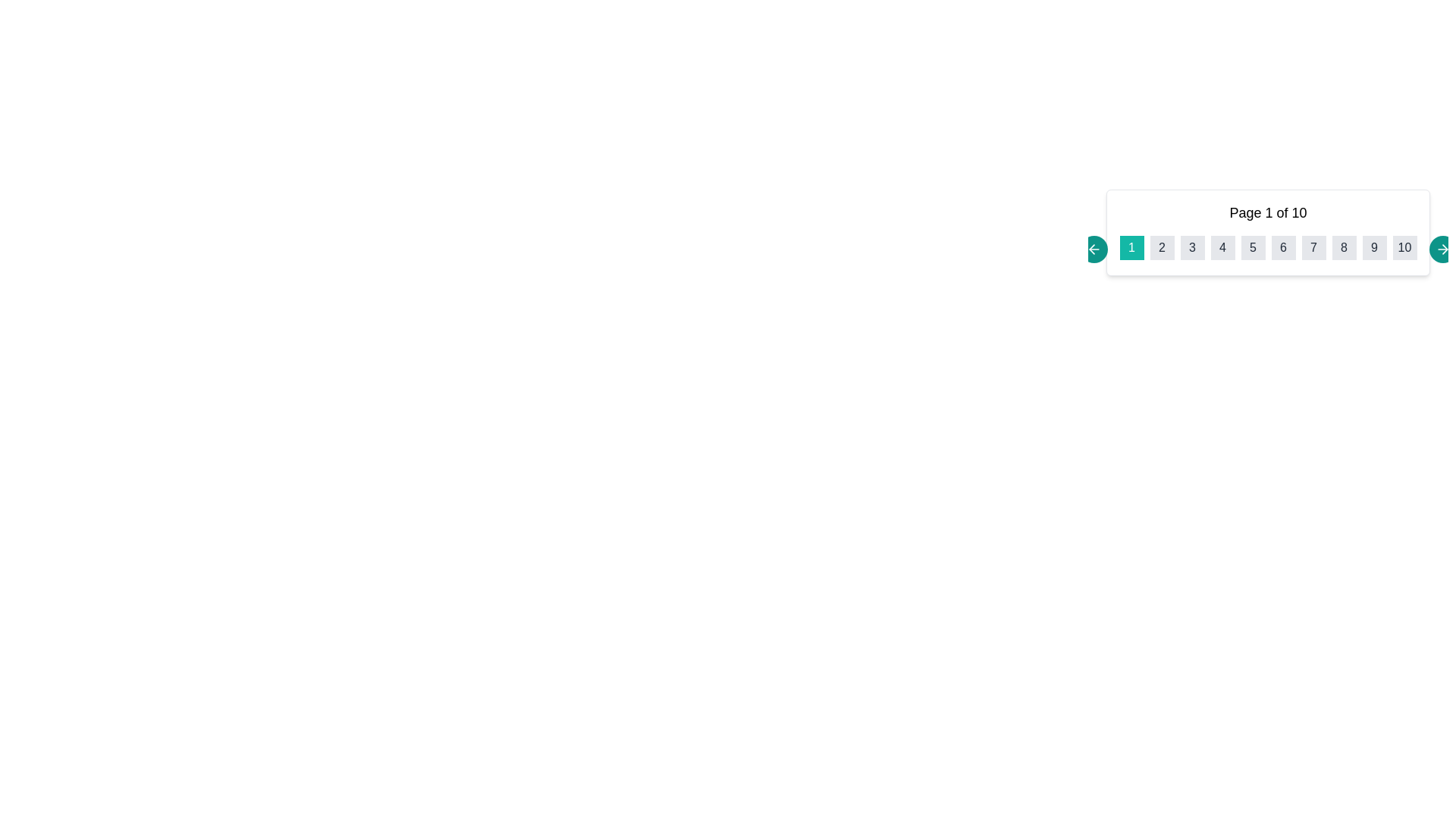 The height and width of the screenshot is (819, 1456). Describe the element at coordinates (1094, 248) in the screenshot. I see `the circular teal button with a white left arrow icon, which is the first button on the left of the pagination bar` at that location.